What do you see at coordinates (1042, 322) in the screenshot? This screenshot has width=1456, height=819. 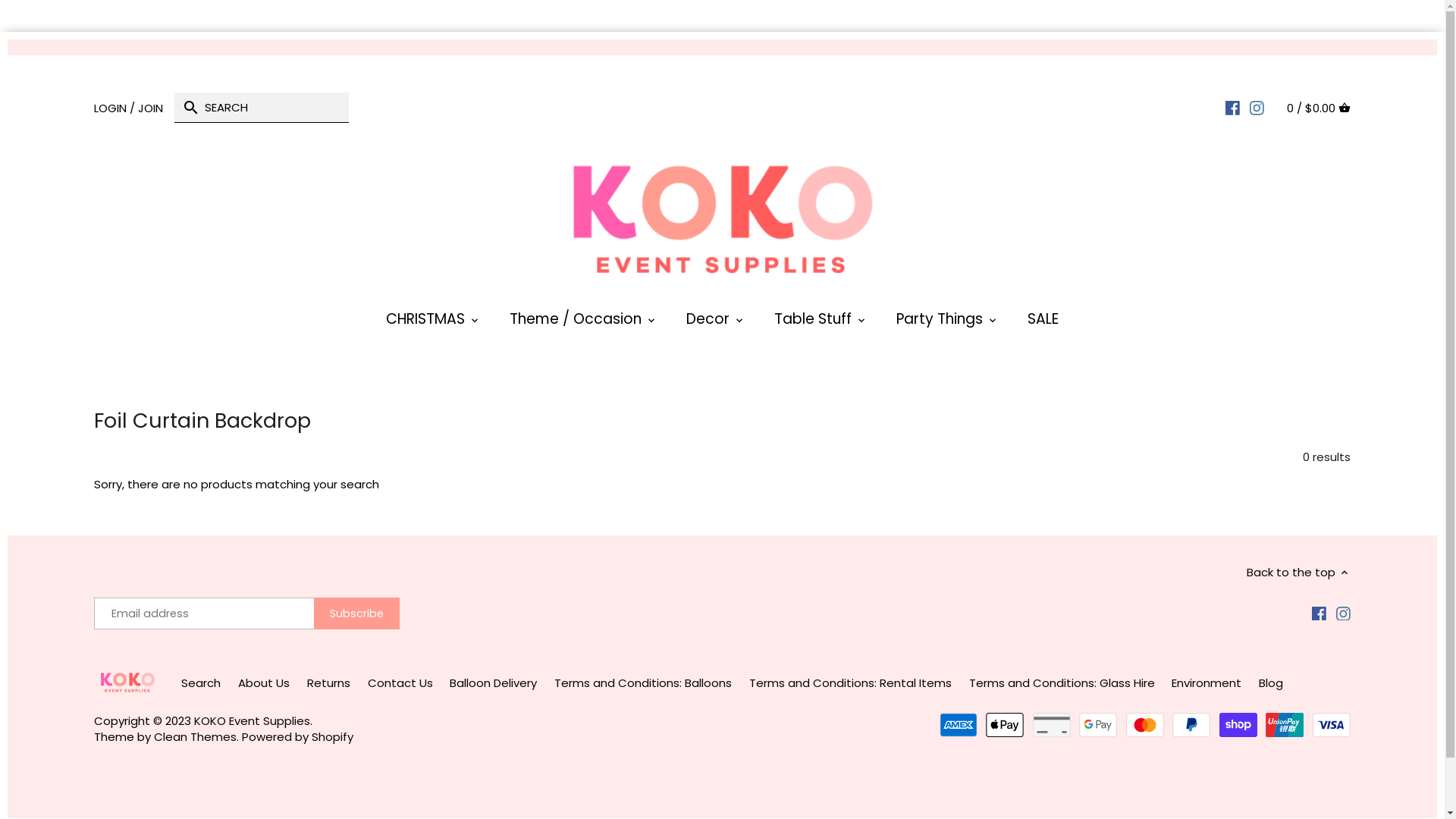 I see `'SALE'` at bounding box center [1042, 322].